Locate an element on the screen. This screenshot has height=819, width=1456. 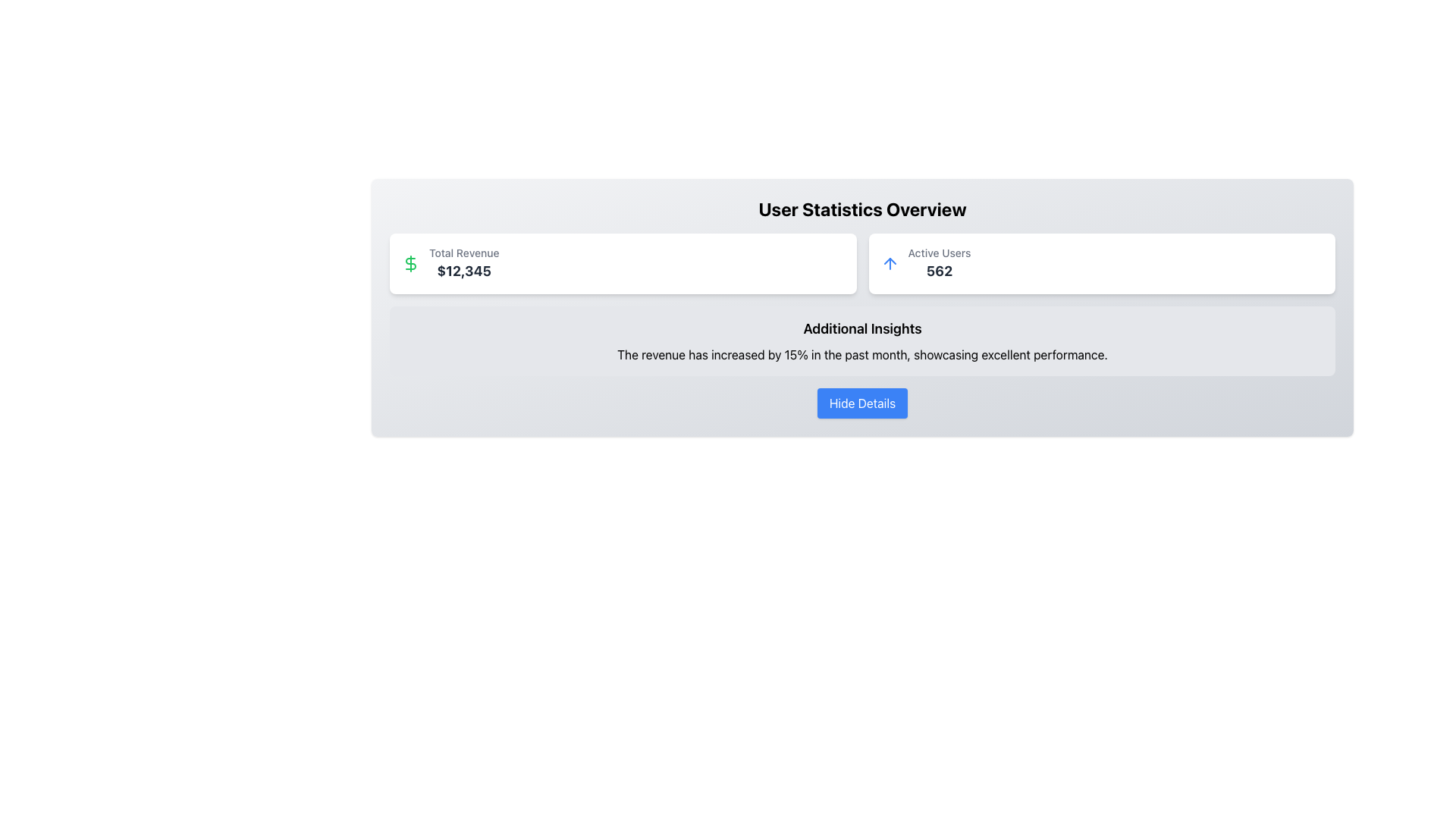
the text label displaying the numerical value '562', which is styled with a bold and large font and is located underneath the label 'Active Users' is located at coordinates (938, 271).